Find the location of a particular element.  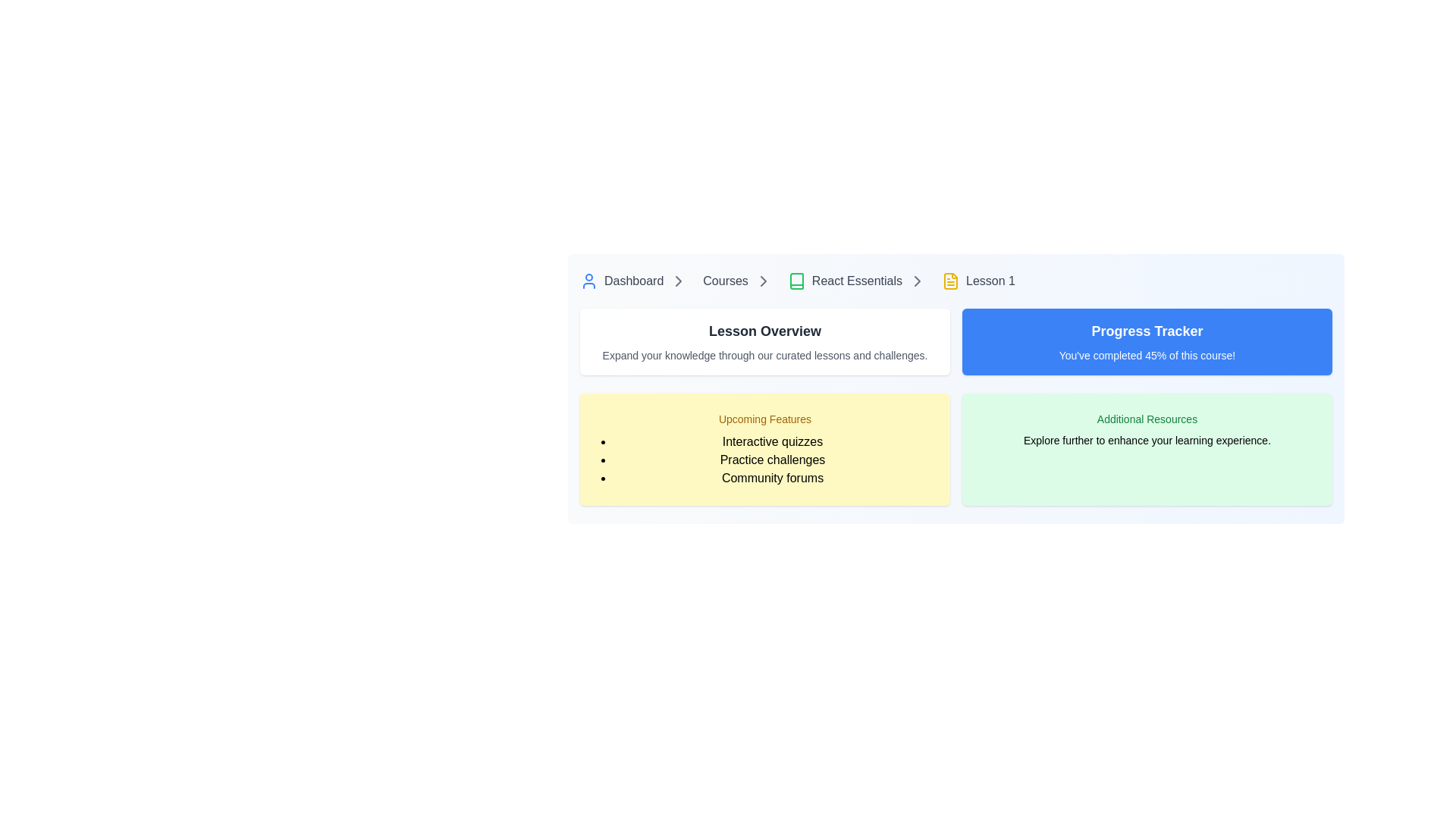

text label located in the blue box at the lower part of the 'Progress Tracker' section to understand the progress percentage is located at coordinates (1147, 356).